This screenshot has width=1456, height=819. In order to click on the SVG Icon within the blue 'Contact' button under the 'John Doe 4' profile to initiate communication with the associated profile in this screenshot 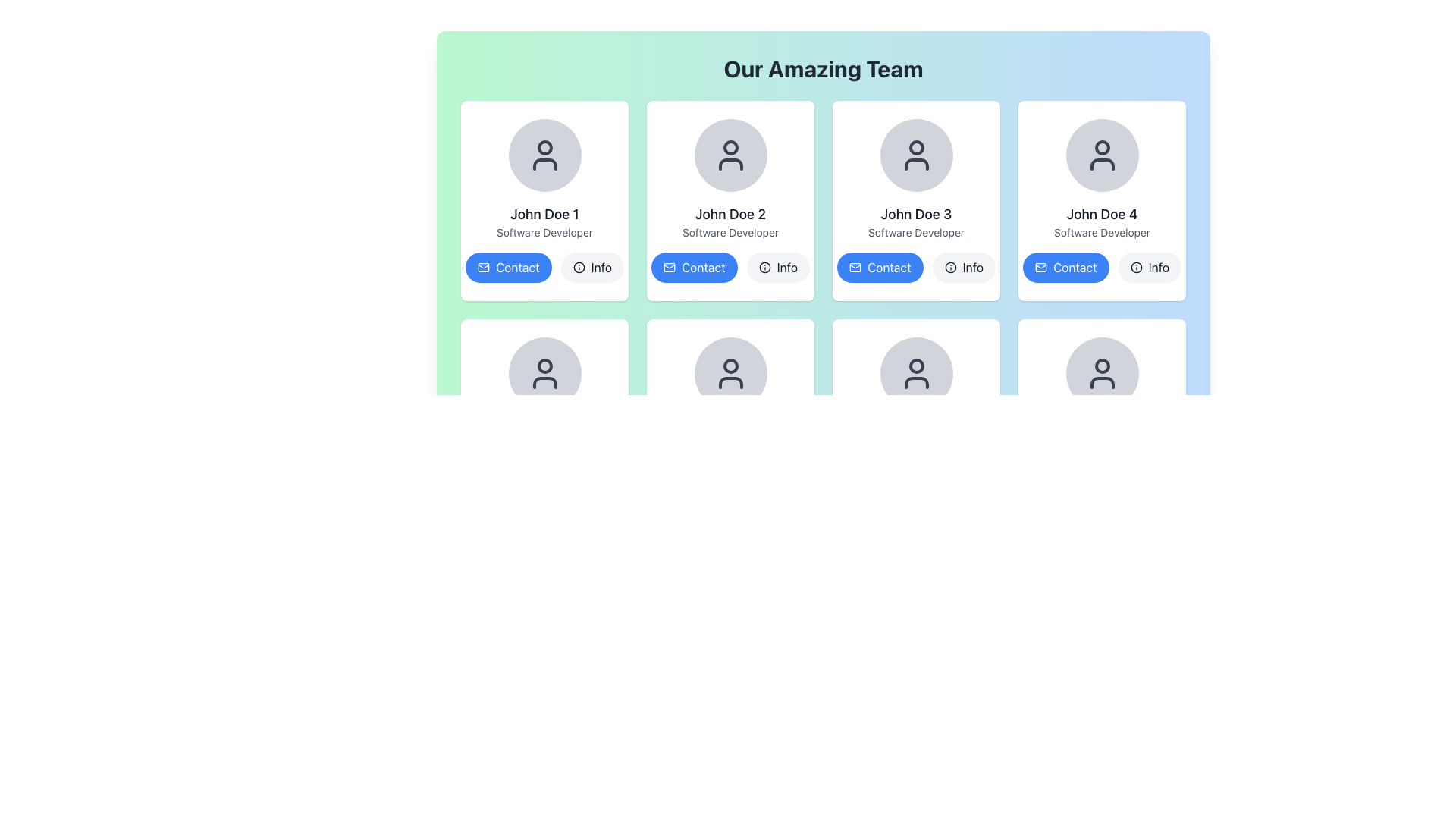, I will do `click(1040, 267)`.